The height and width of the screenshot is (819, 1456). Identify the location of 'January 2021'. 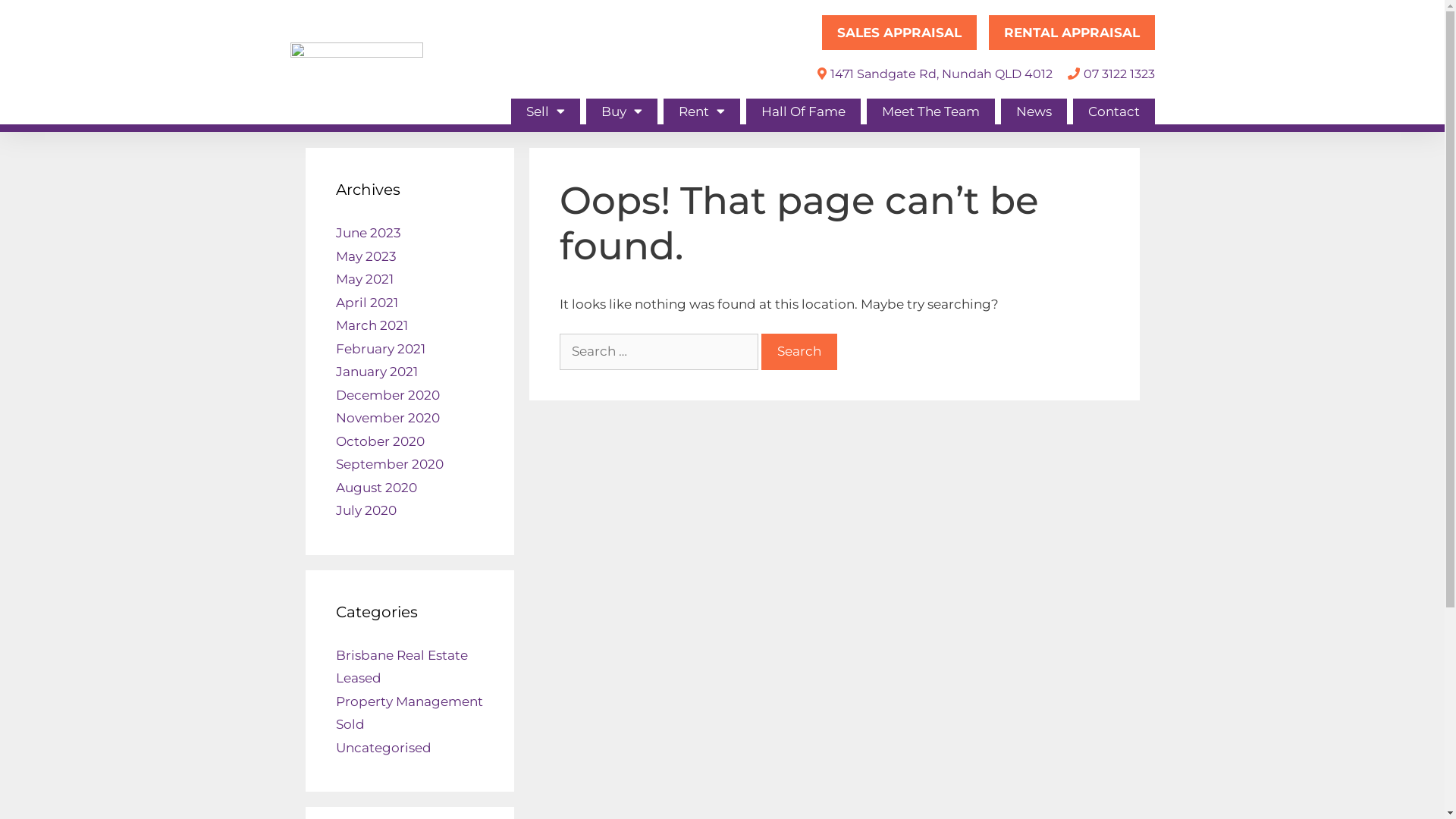
(375, 371).